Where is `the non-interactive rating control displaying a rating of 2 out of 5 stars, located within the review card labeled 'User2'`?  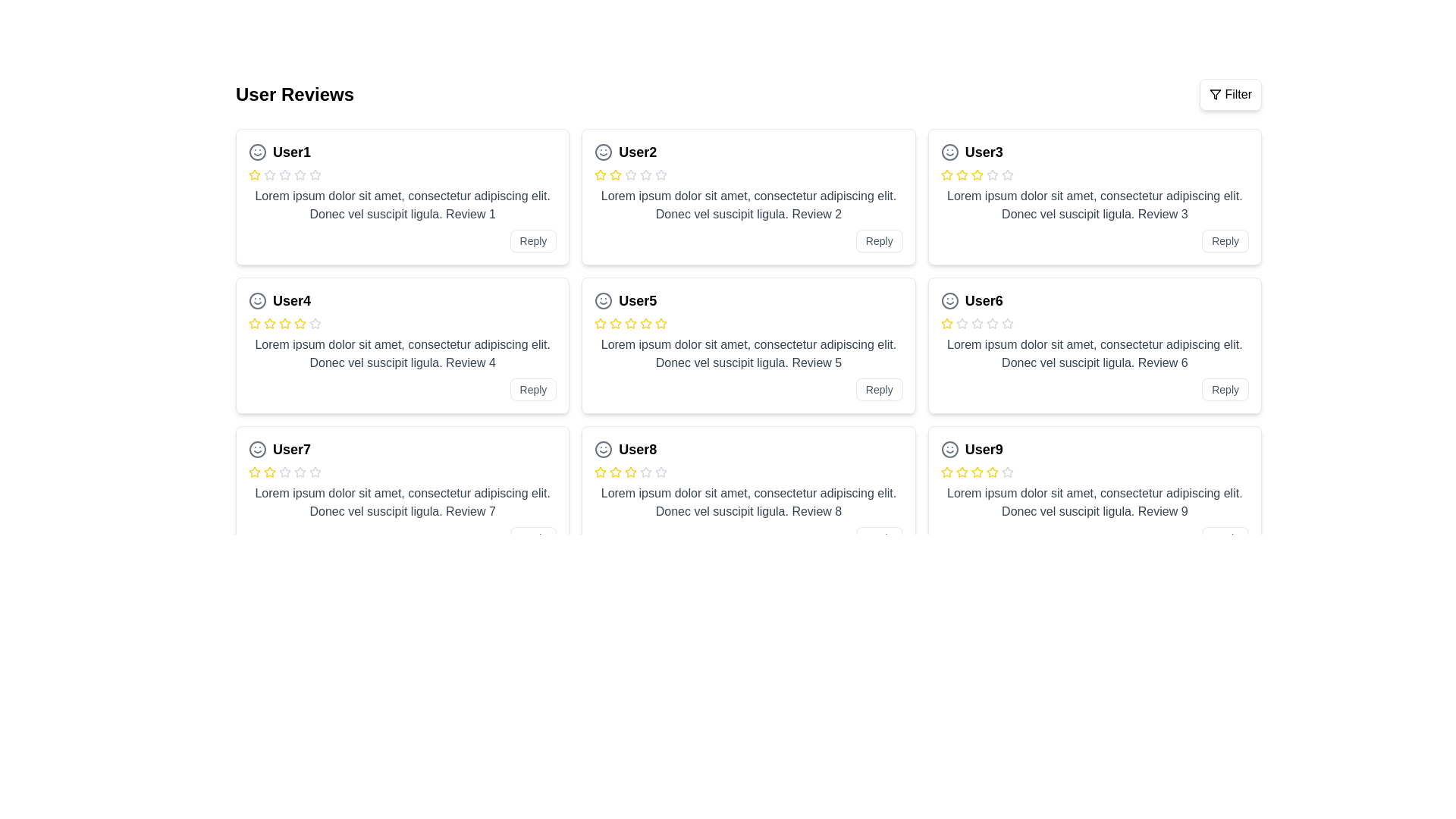
the non-interactive rating control displaying a rating of 2 out of 5 stars, located within the review card labeled 'User2' is located at coordinates (748, 174).